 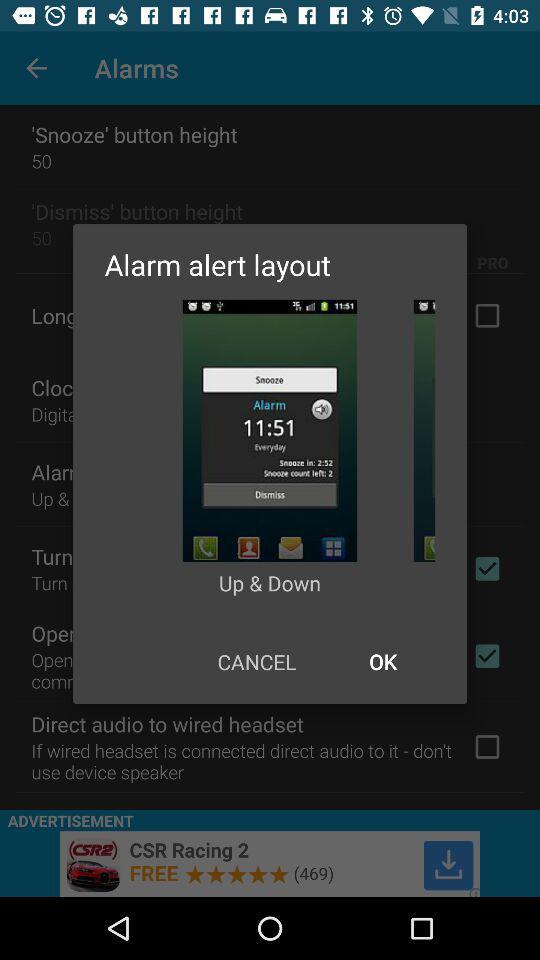 What do you see at coordinates (382, 661) in the screenshot?
I see `ok icon` at bounding box center [382, 661].